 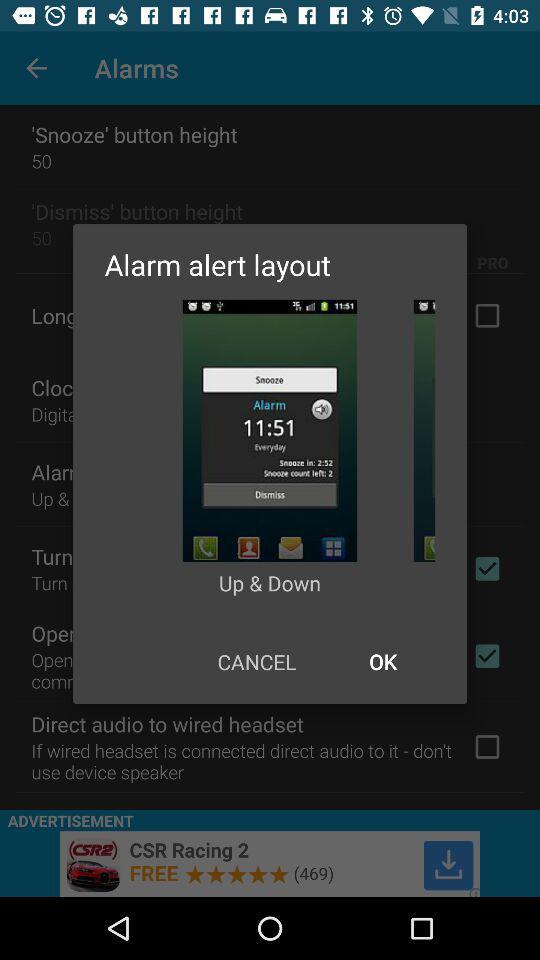 What do you see at coordinates (382, 661) in the screenshot?
I see `ok icon` at bounding box center [382, 661].